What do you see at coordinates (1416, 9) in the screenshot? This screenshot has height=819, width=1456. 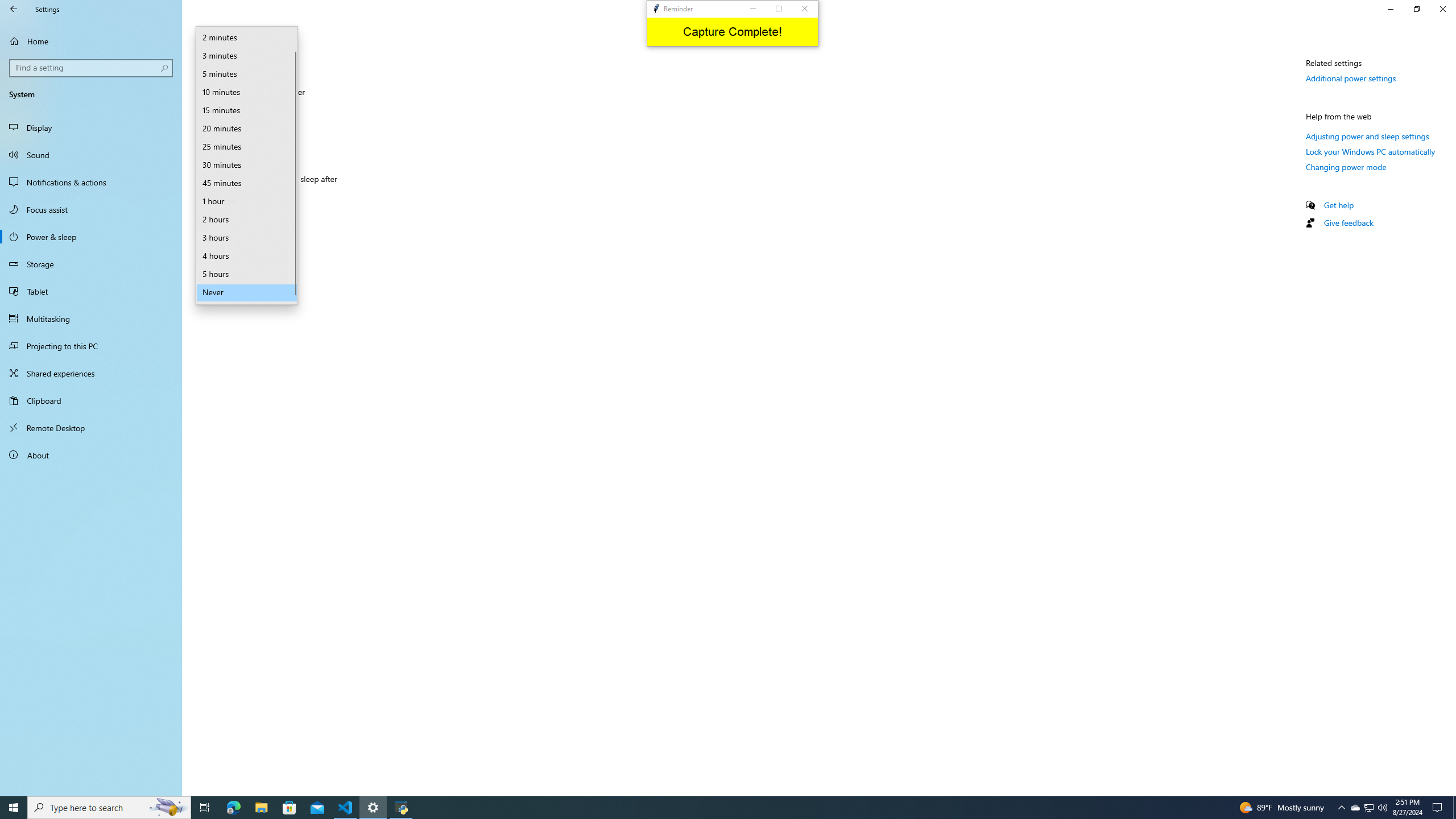 I see `'Restore Settings'` at bounding box center [1416, 9].